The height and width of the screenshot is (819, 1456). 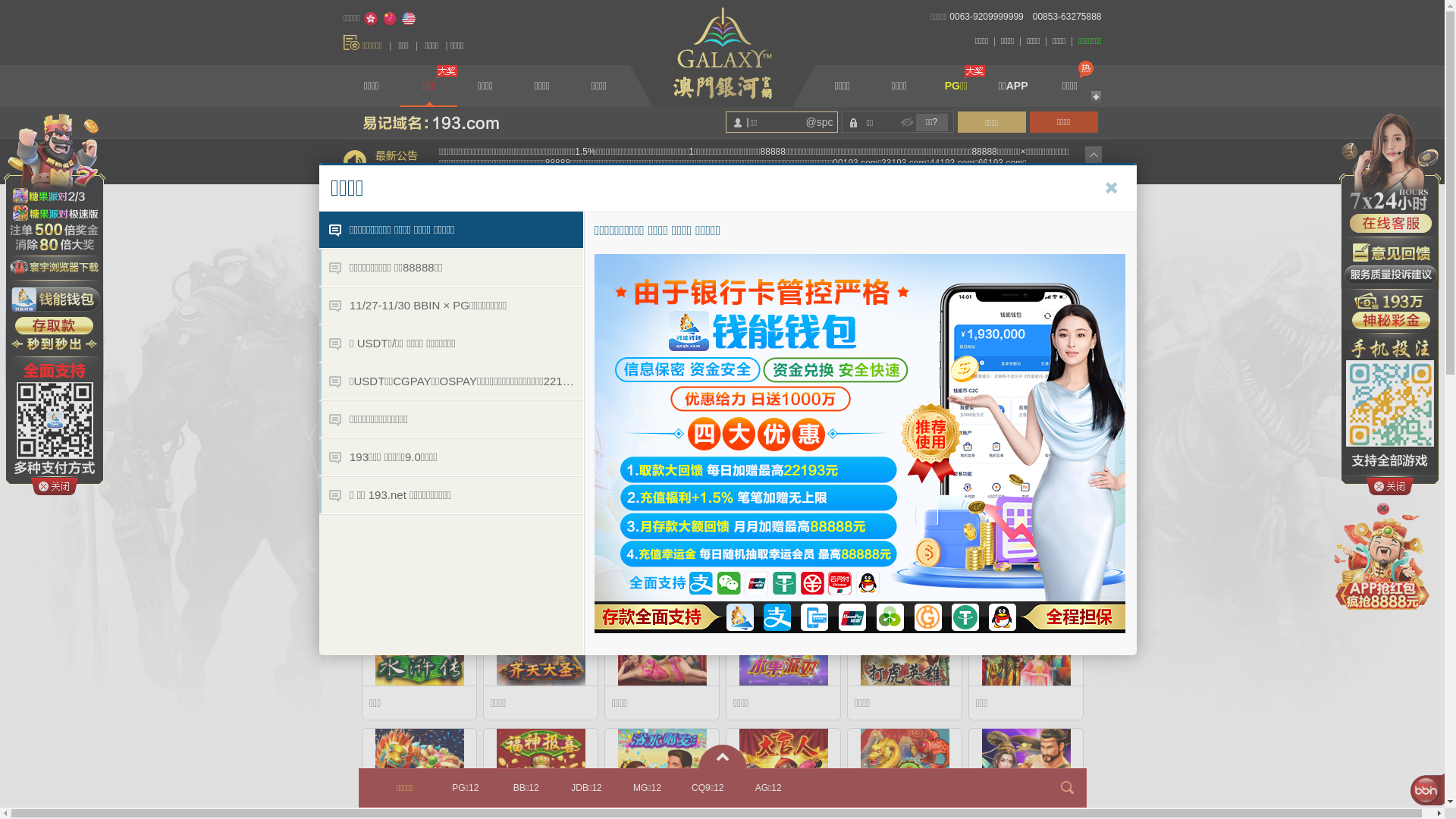 I want to click on 'English', so click(x=408, y=18).